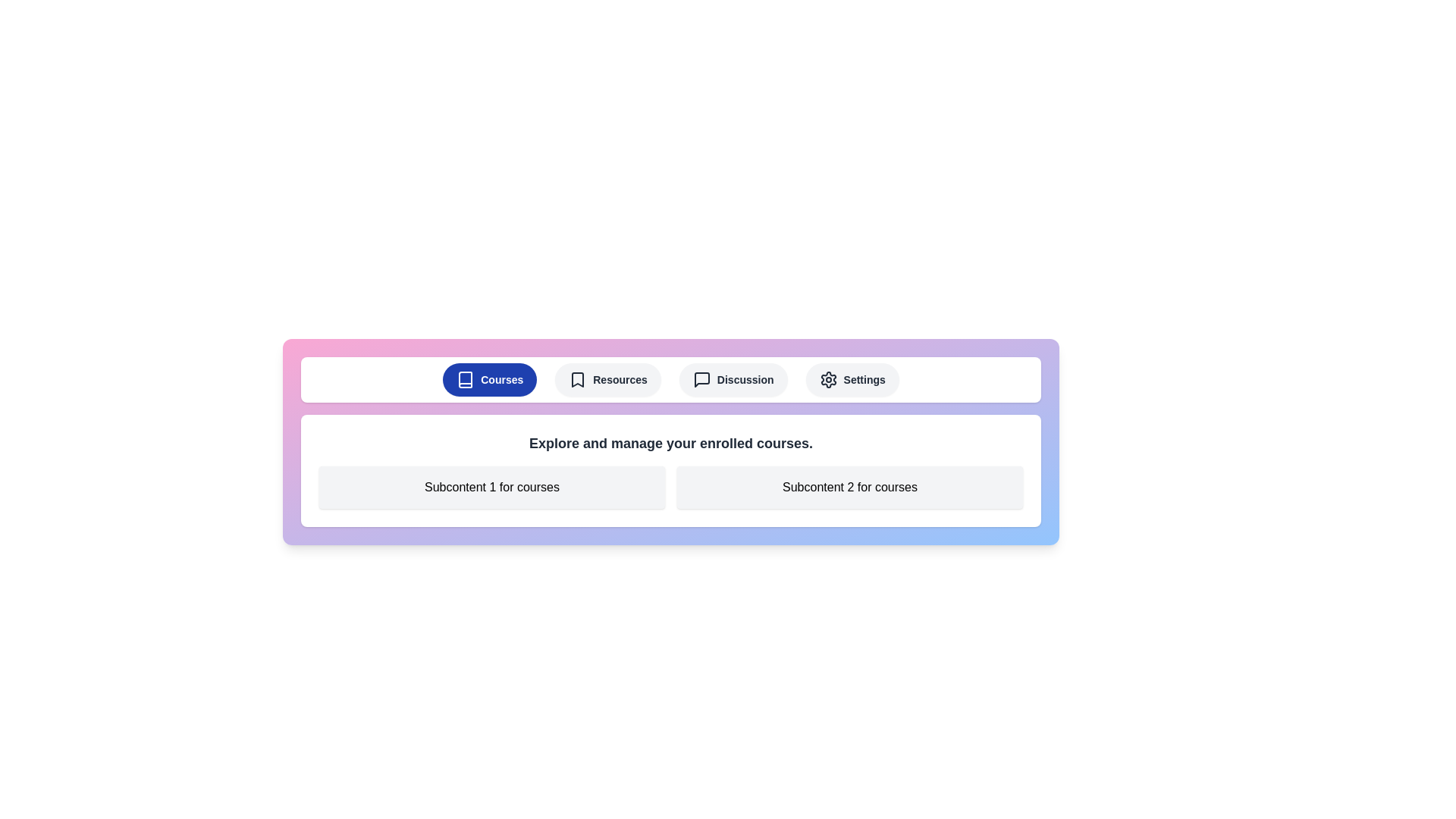 This screenshot has height=819, width=1456. Describe the element at coordinates (670, 470) in the screenshot. I see `title 'Explore and manage your enrolled courses.' and the subitem texts 'Subcontent 1 for courses' and 'Subcontent 2 for courses' from the Block element located in the center of the interface` at that location.